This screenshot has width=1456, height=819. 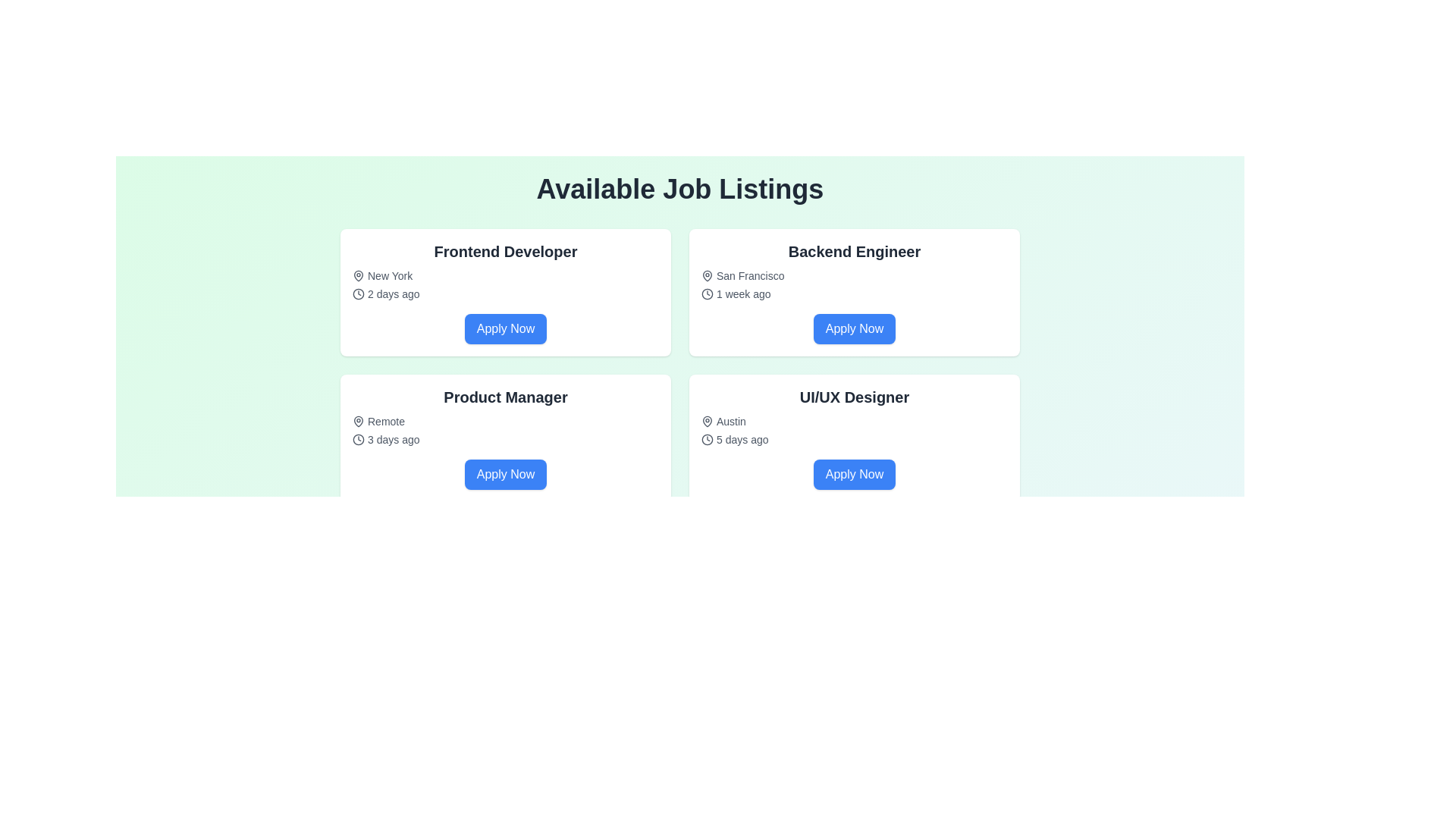 What do you see at coordinates (855, 328) in the screenshot?
I see `the button located at the bottom of the 'Backend Engineer' job listing card to initiate the application process` at bounding box center [855, 328].